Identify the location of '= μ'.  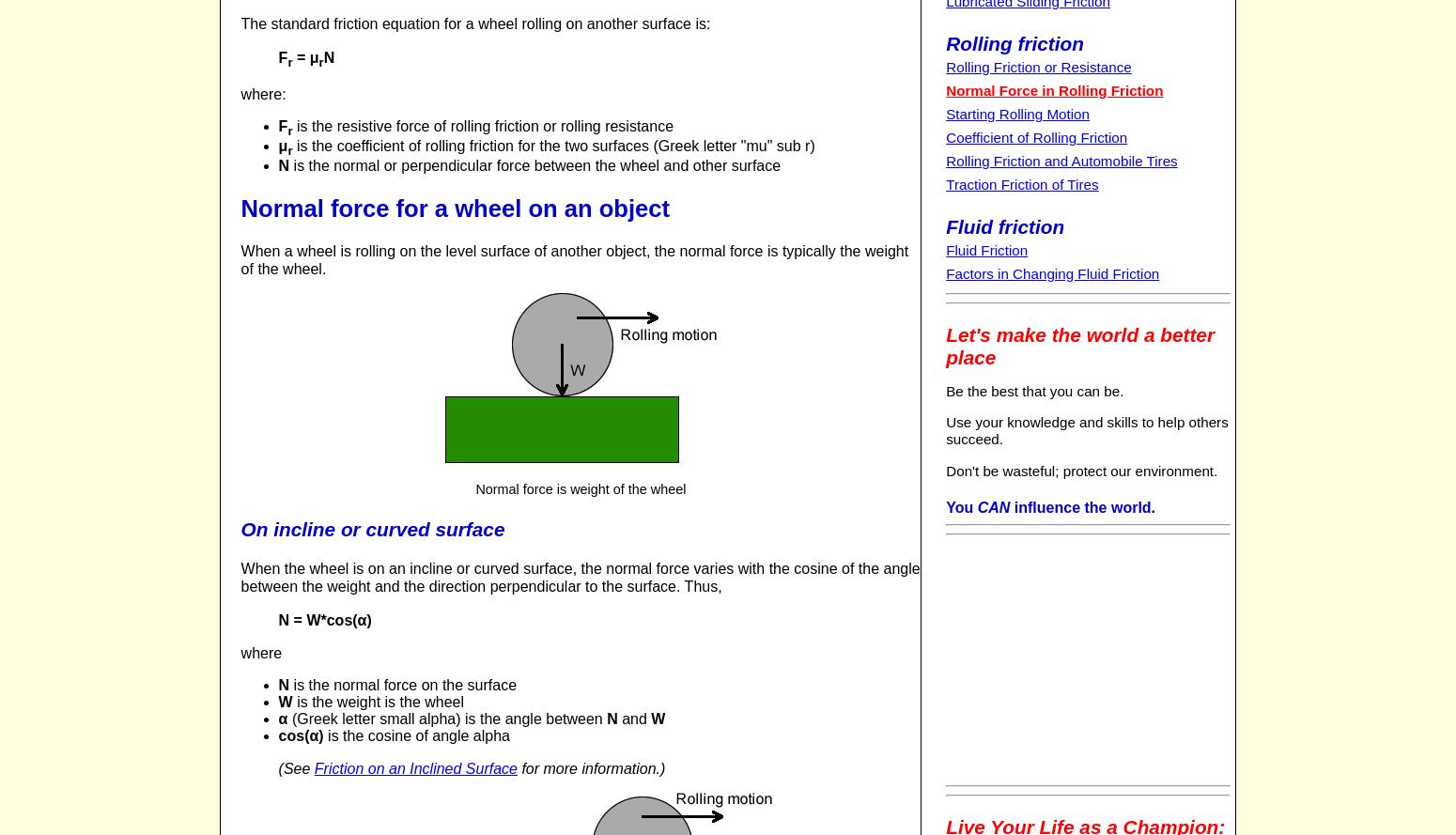
(304, 56).